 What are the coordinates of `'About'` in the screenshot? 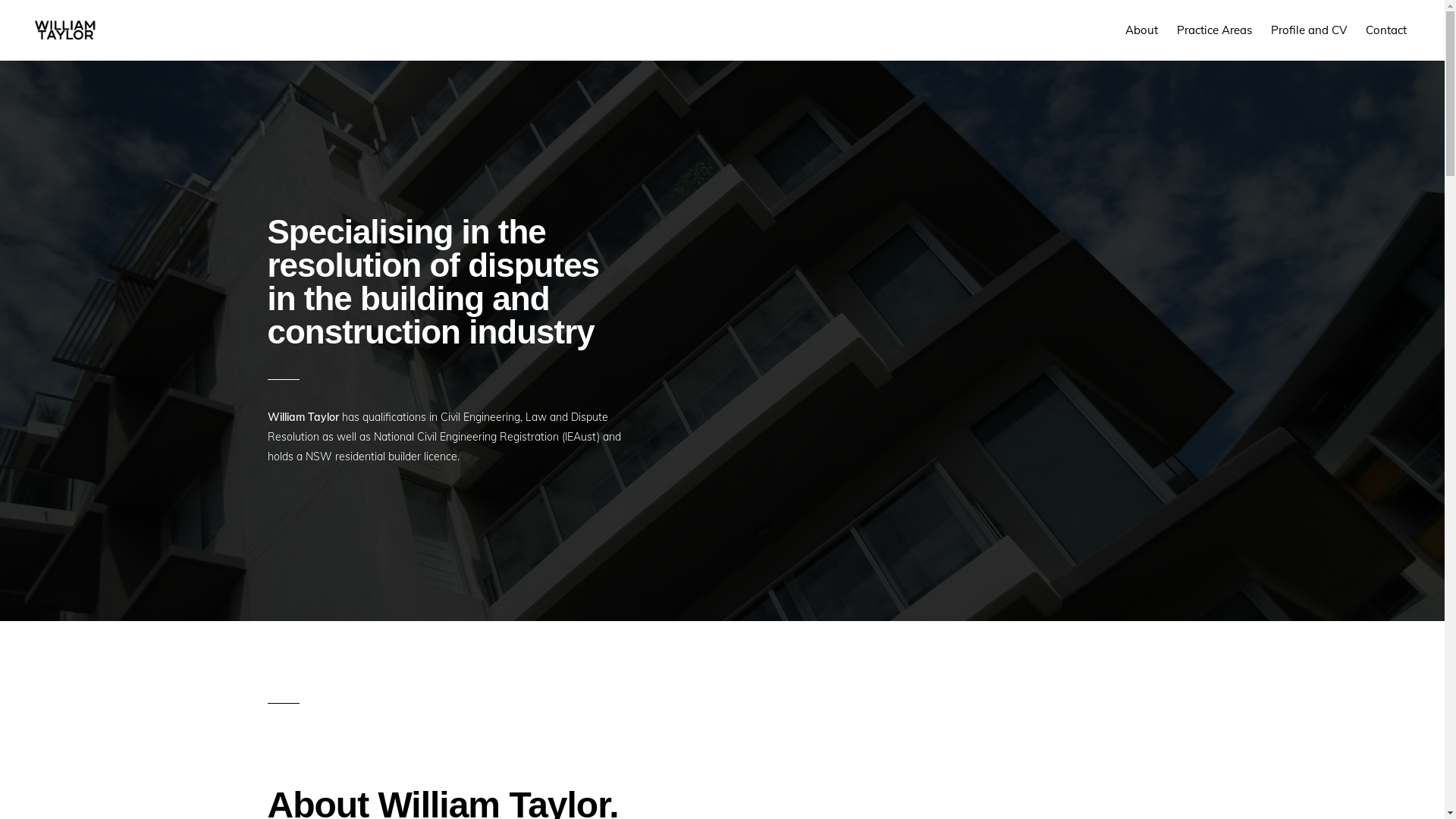 It's located at (1141, 30).